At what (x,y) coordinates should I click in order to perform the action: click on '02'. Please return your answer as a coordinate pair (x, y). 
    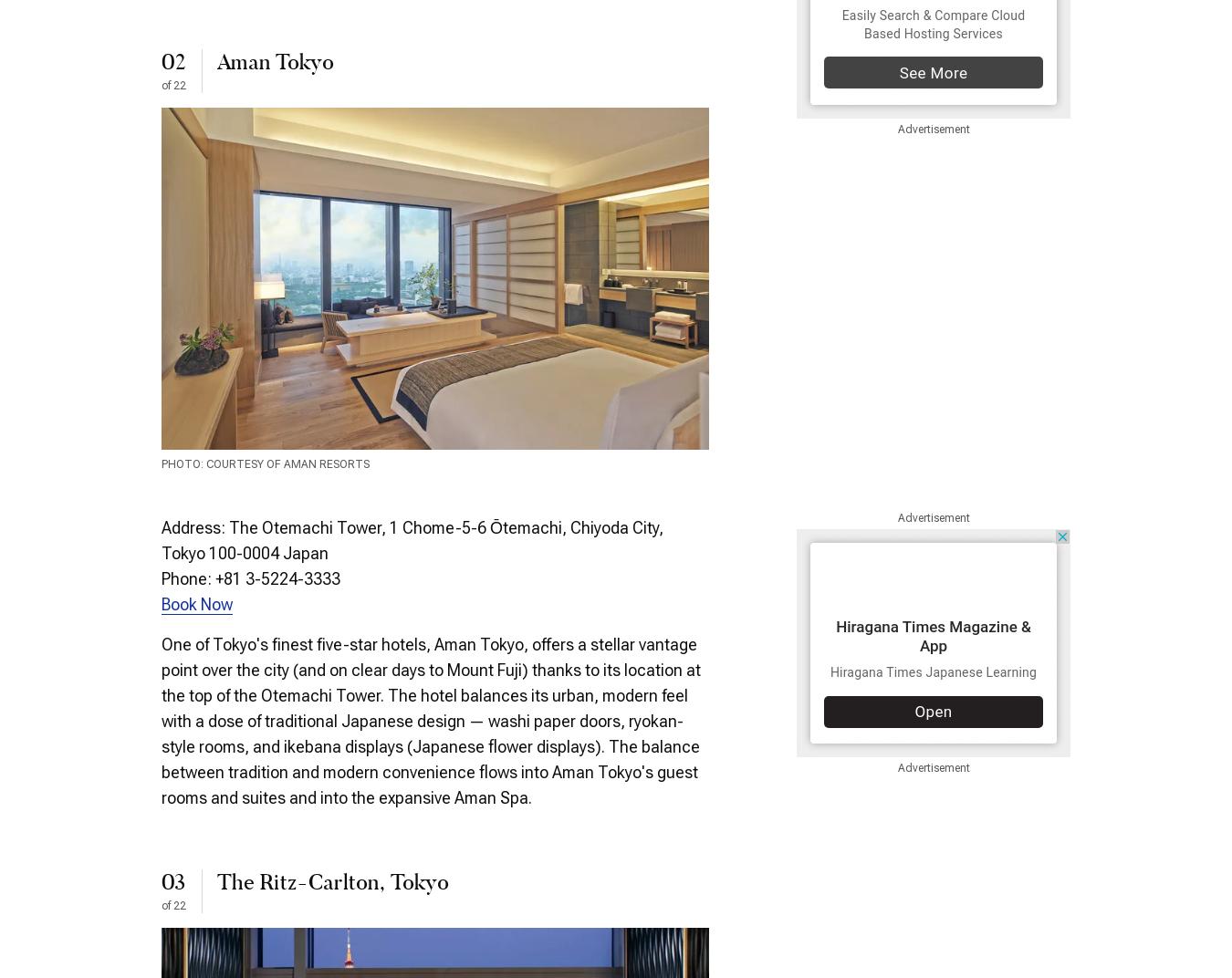
    Looking at the image, I should click on (161, 63).